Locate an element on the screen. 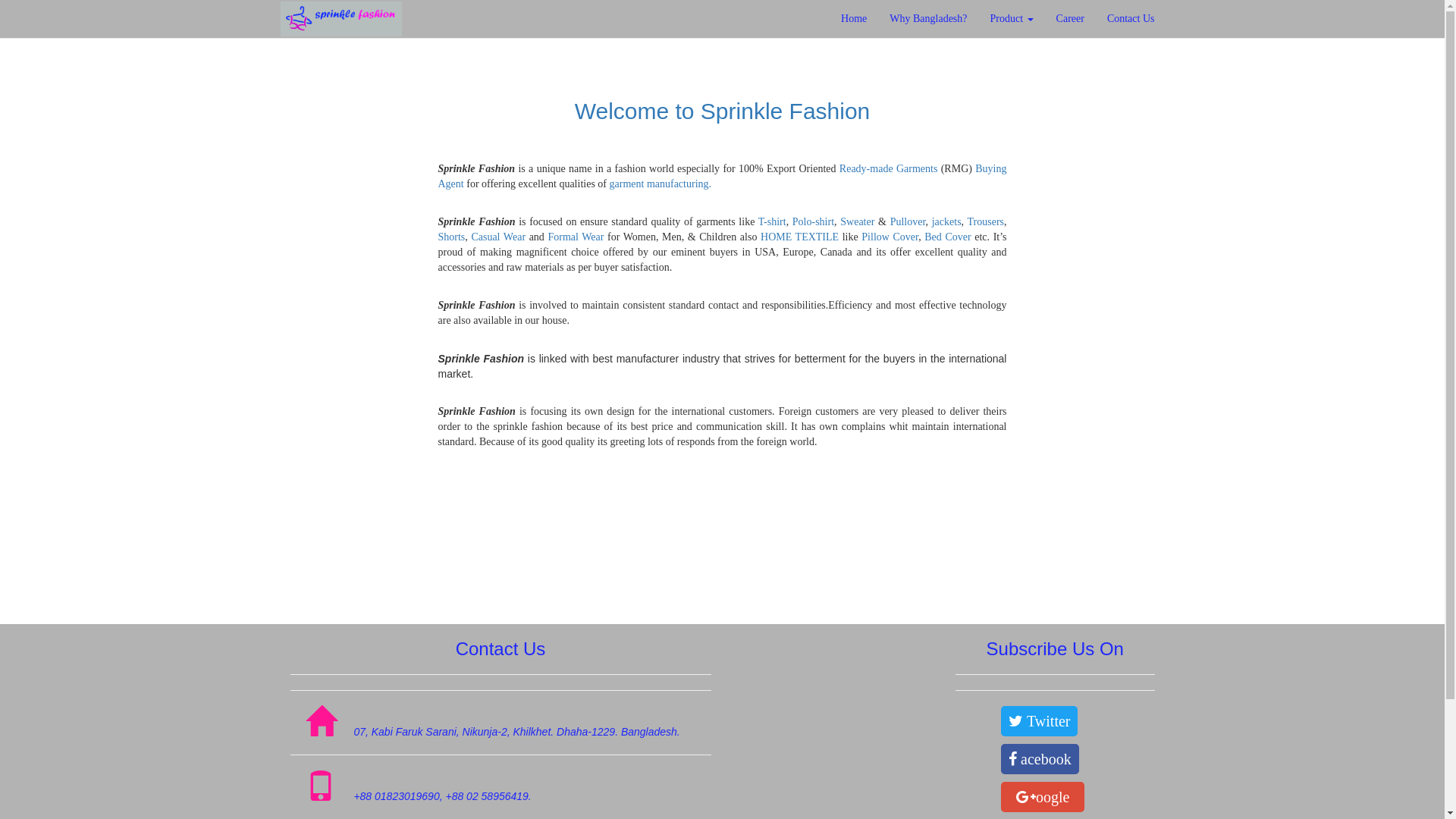 The width and height of the screenshot is (1456, 819). 'Buying Agent' is located at coordinates (722, 175).